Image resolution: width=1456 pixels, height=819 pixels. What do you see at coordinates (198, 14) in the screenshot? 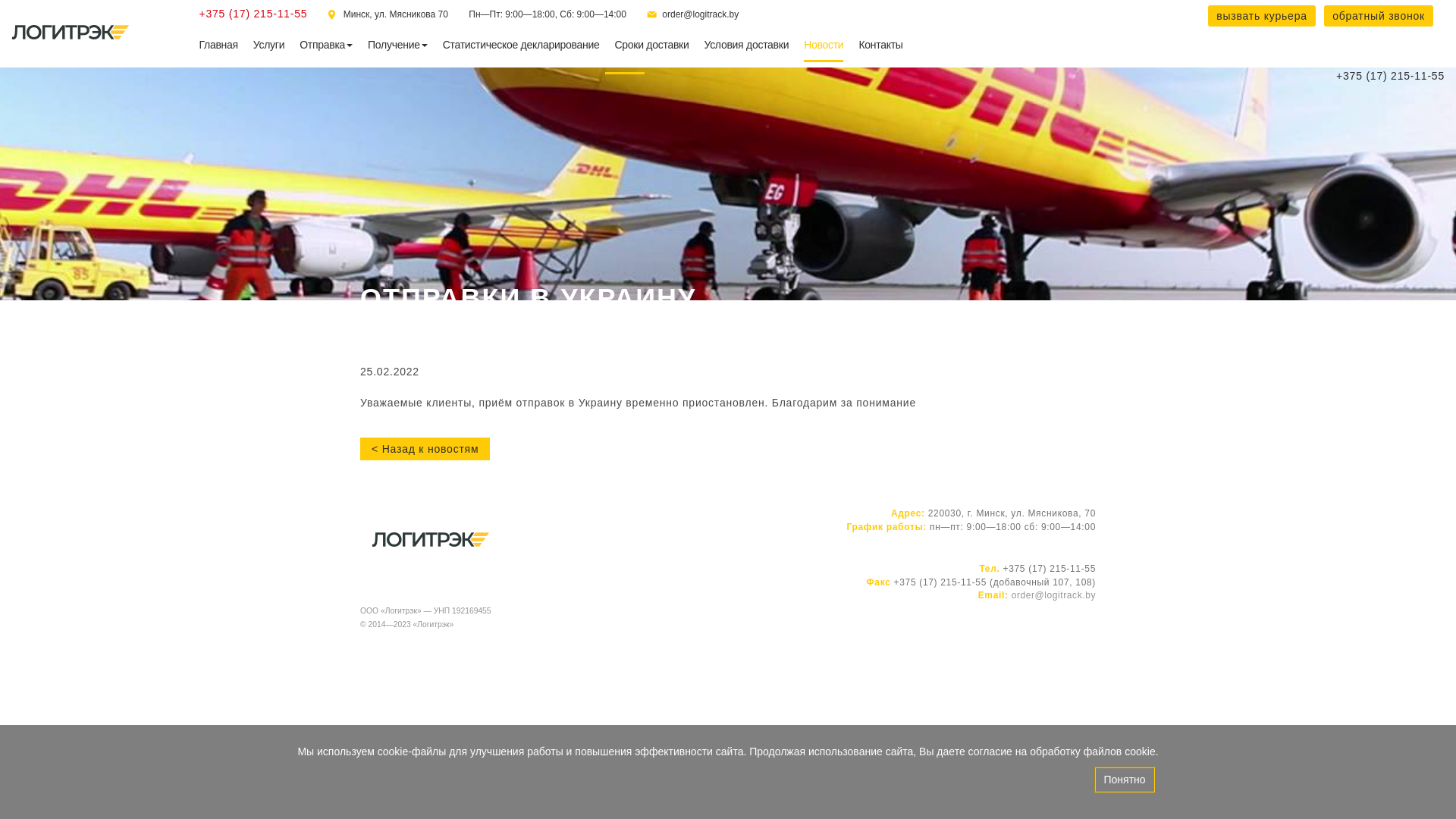
I see `'+375 (17) 215-11-55'` at bounding box center [198, 14].